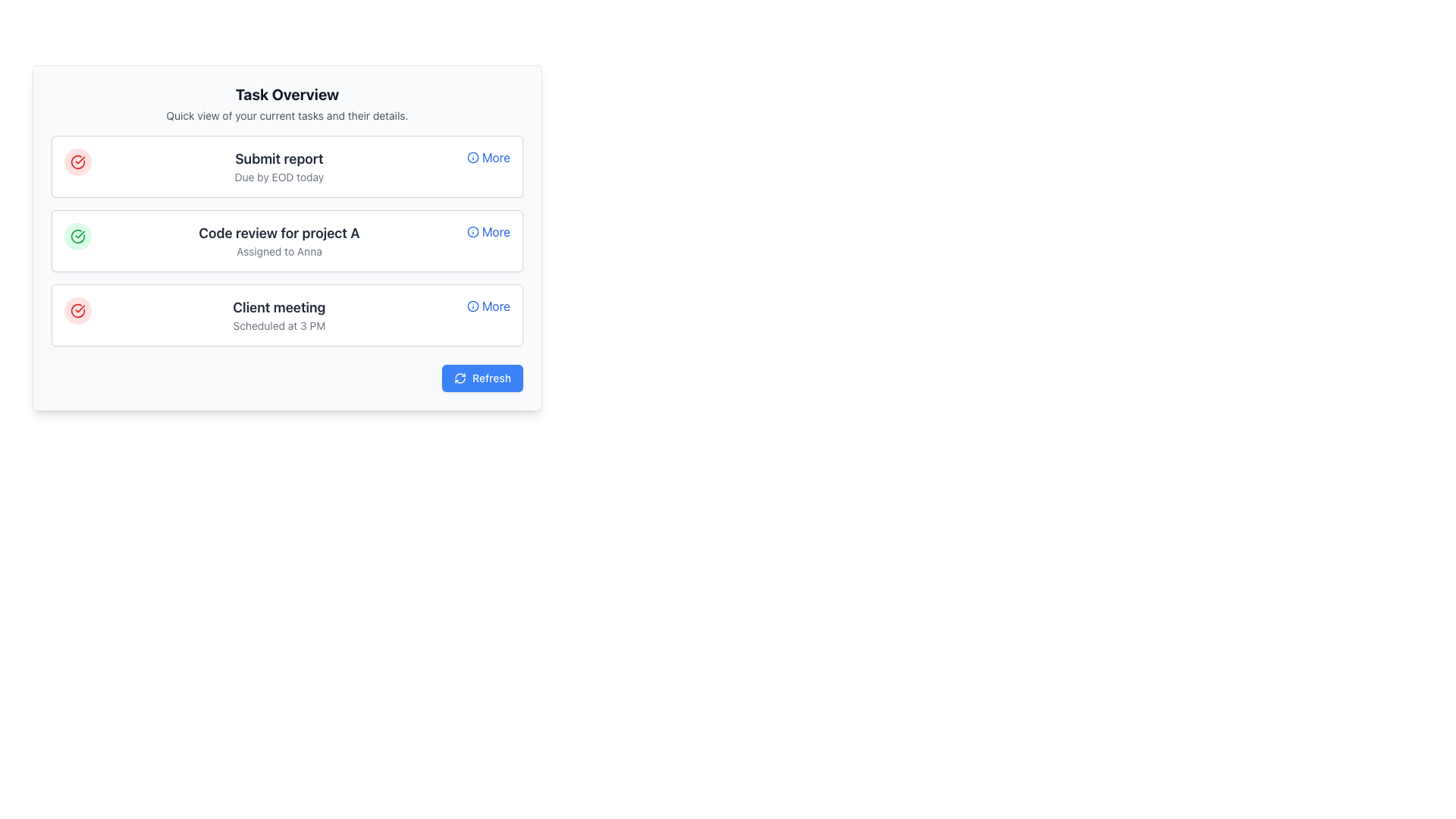 The height and width of the screenshot is (819, 1456). Describe the element at coordinates (77, 162) in the screenshot. I see `the Icon Button located to the left of the 'Submit report' heading in the 'Task Overview' panel to interact with it` at that location.